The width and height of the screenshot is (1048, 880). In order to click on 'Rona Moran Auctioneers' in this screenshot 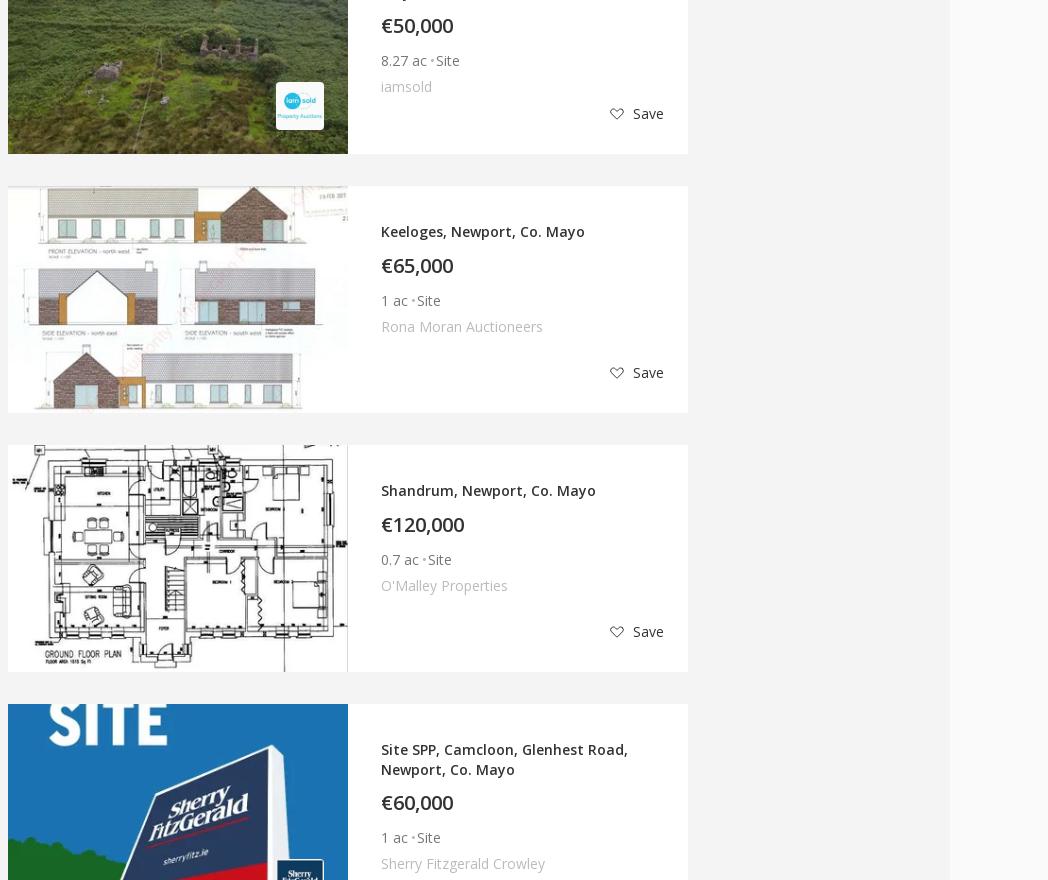, I will do `click(460, 324)`.